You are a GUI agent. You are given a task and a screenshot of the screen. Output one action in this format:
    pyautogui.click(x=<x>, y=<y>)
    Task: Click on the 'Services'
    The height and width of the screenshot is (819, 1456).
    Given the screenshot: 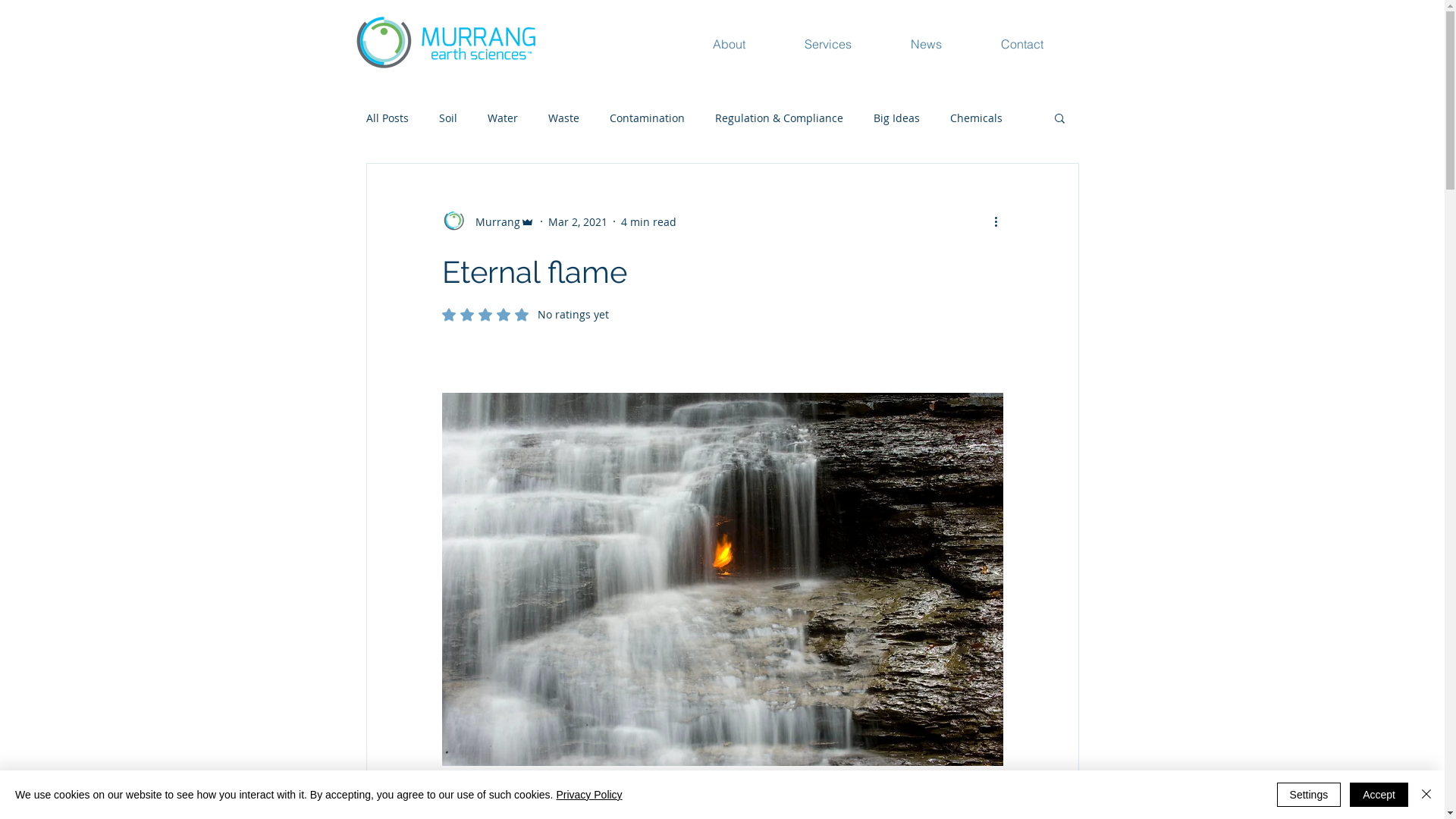 What is the action you would take?
    pyautogui.click(x=848, y=42)
    